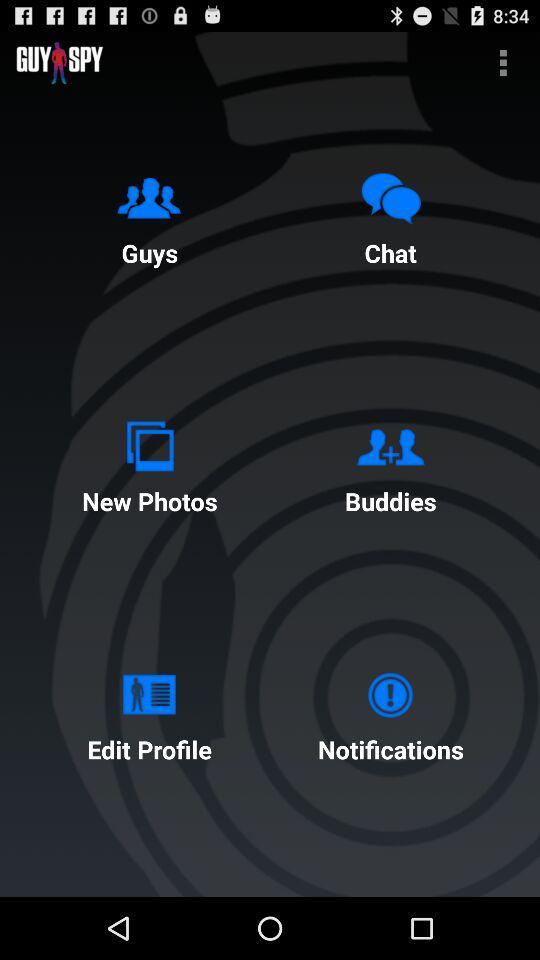 The image size is (540, 960). What do you see at coordinates (148, 463) in the screenshot?
I see `the button next to the buddies icon` at bounding box center [148, 463].